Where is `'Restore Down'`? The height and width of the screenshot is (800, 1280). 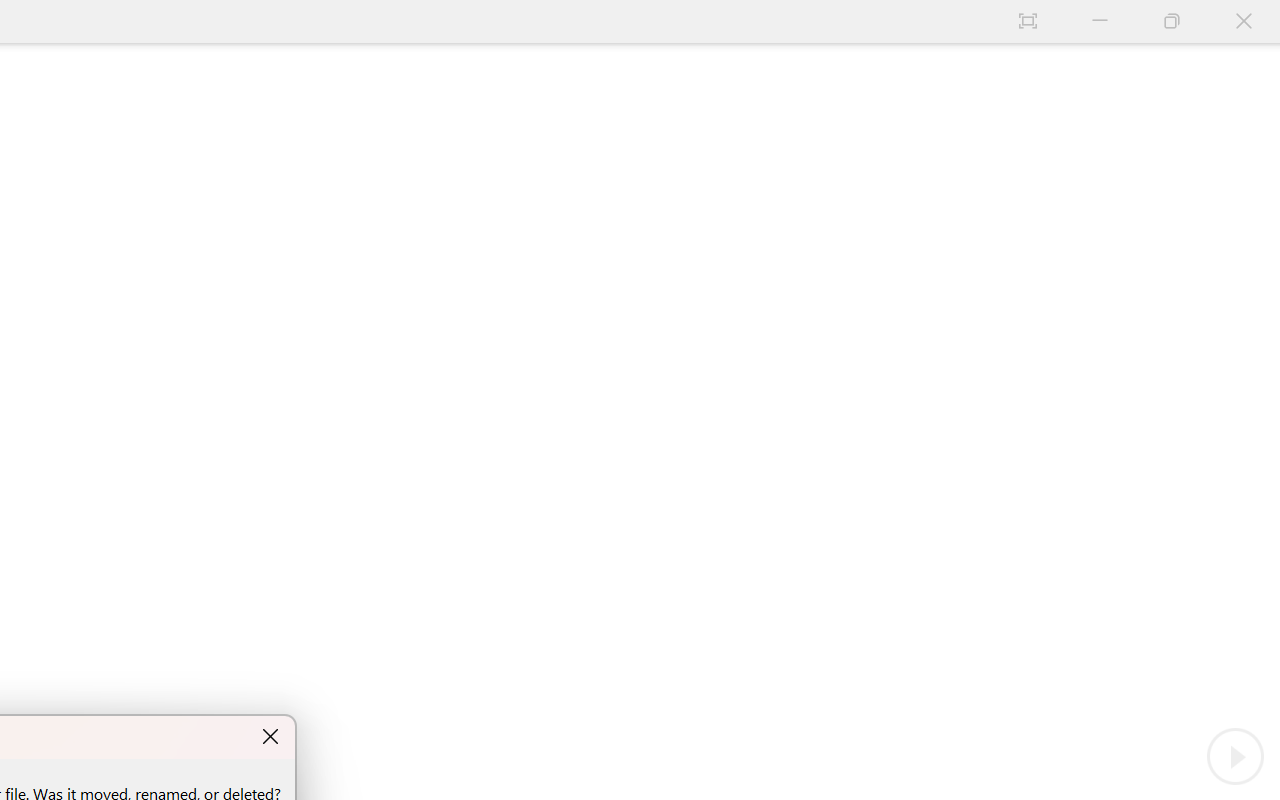
'Restore Down' is located at coordinates (1172, 21).